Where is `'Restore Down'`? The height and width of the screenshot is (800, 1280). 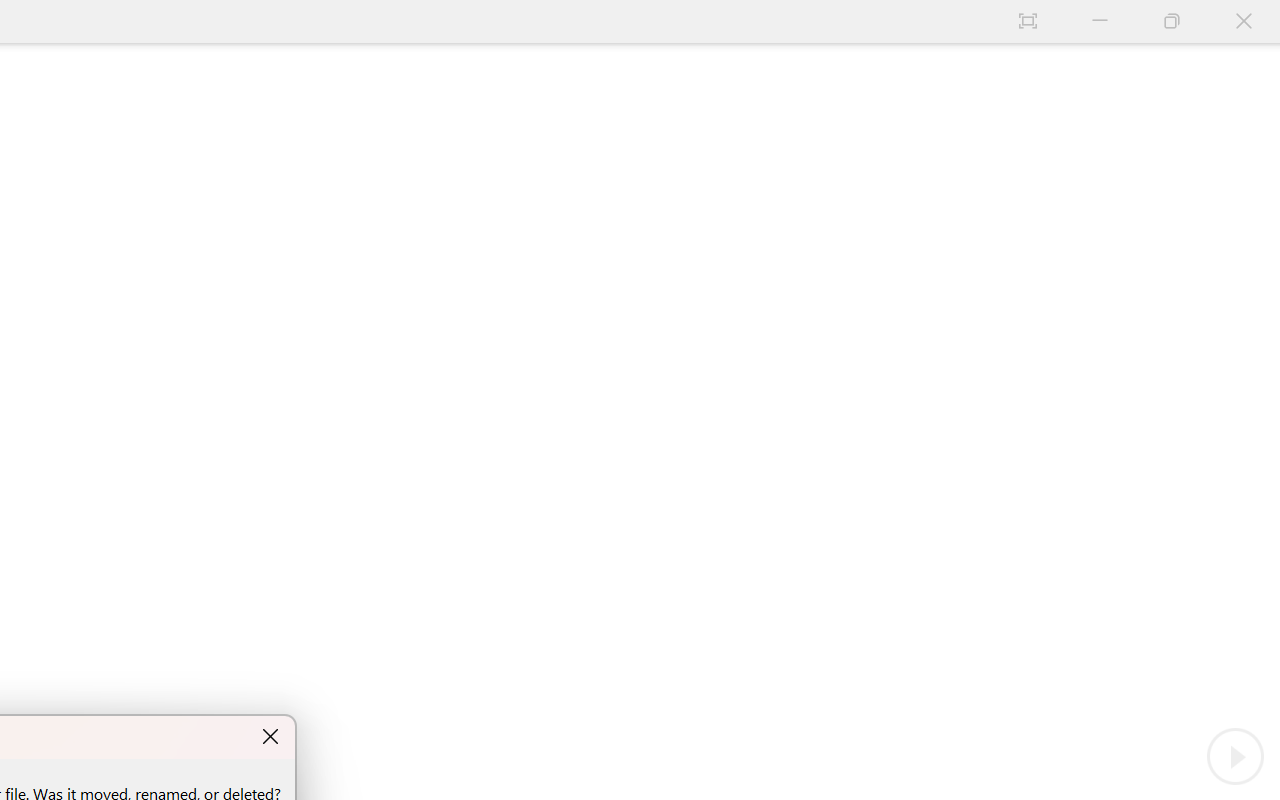
'Restore Down' is located at coordinates (1172, 21).